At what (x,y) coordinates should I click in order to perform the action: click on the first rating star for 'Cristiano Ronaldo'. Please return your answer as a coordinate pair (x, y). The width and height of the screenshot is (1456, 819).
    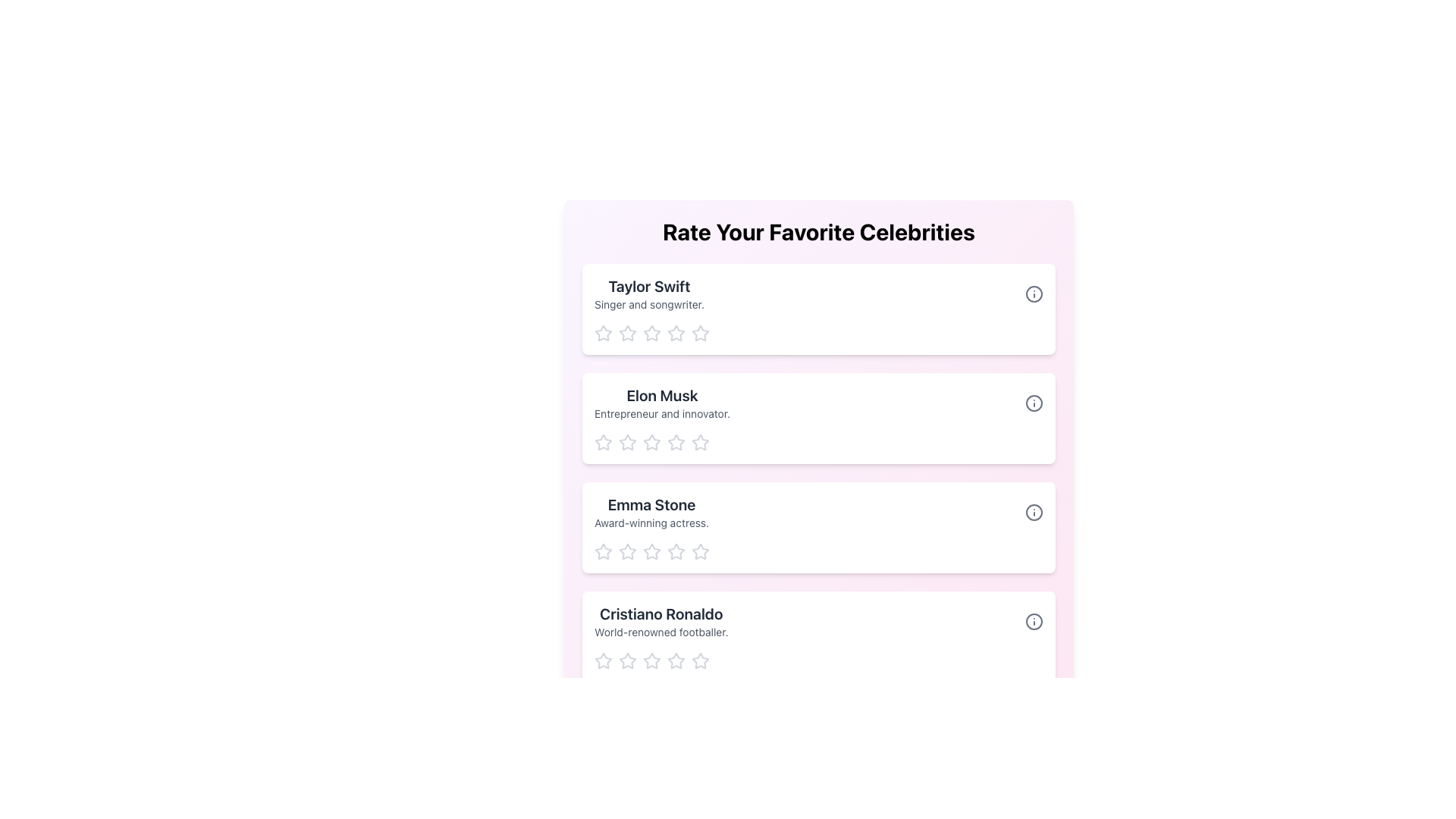
    Looking at the image, I should click on (603, 660).